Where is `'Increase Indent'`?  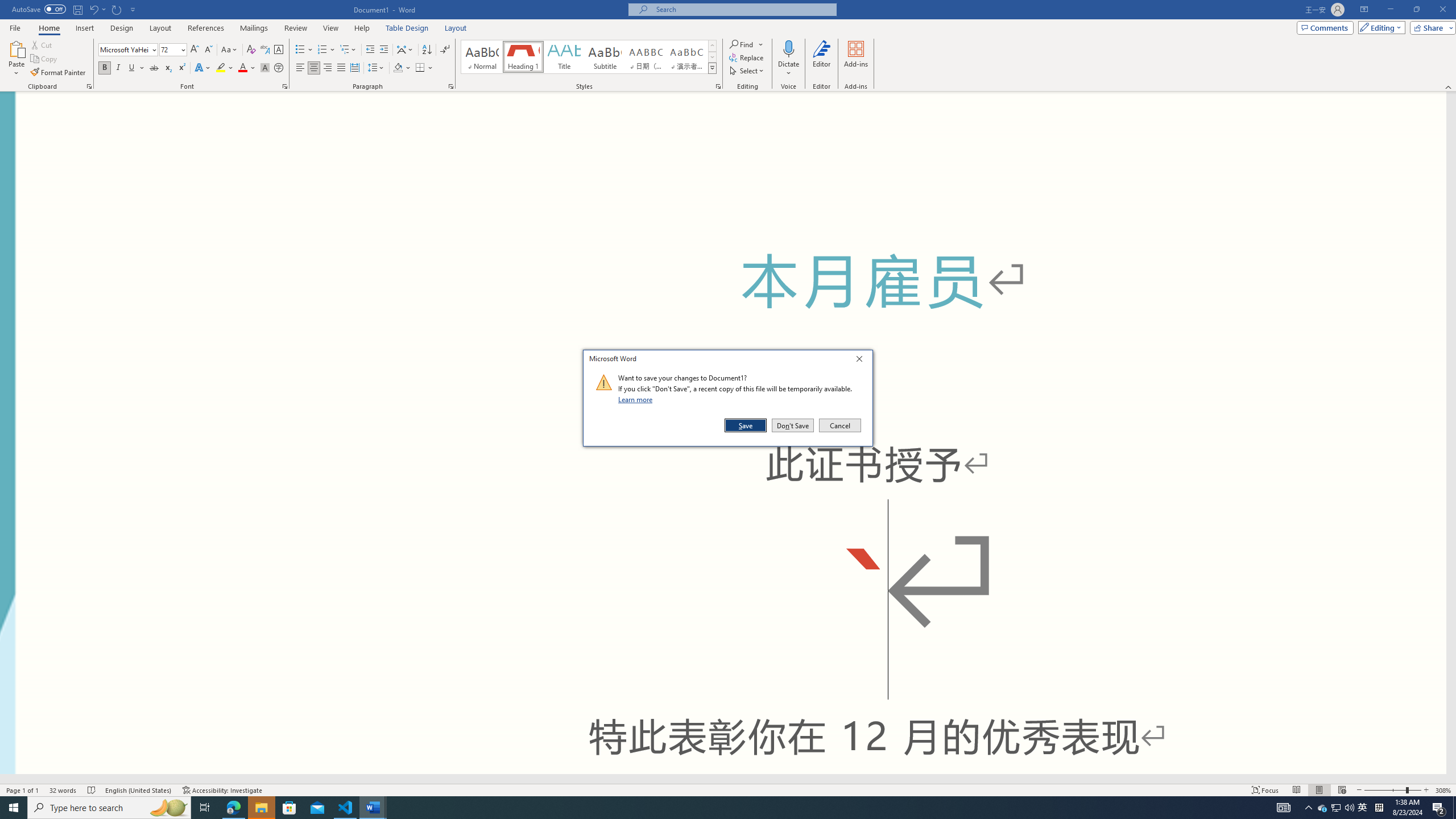 'Increase Indent' is located at coordinates (383, 49).